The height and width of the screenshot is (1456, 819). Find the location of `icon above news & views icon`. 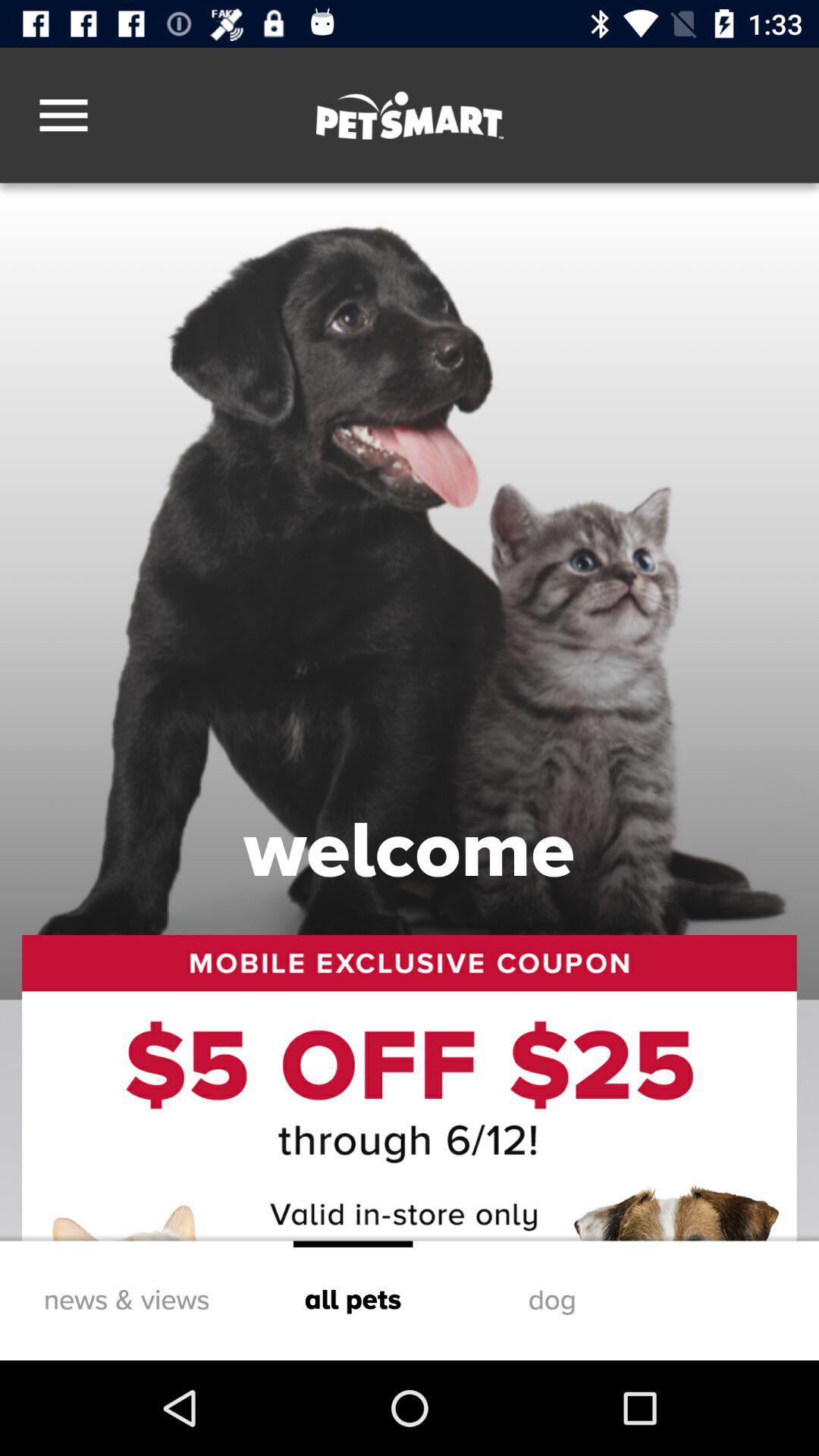

icon above news & views icon is located at coordinates (409, 1087).